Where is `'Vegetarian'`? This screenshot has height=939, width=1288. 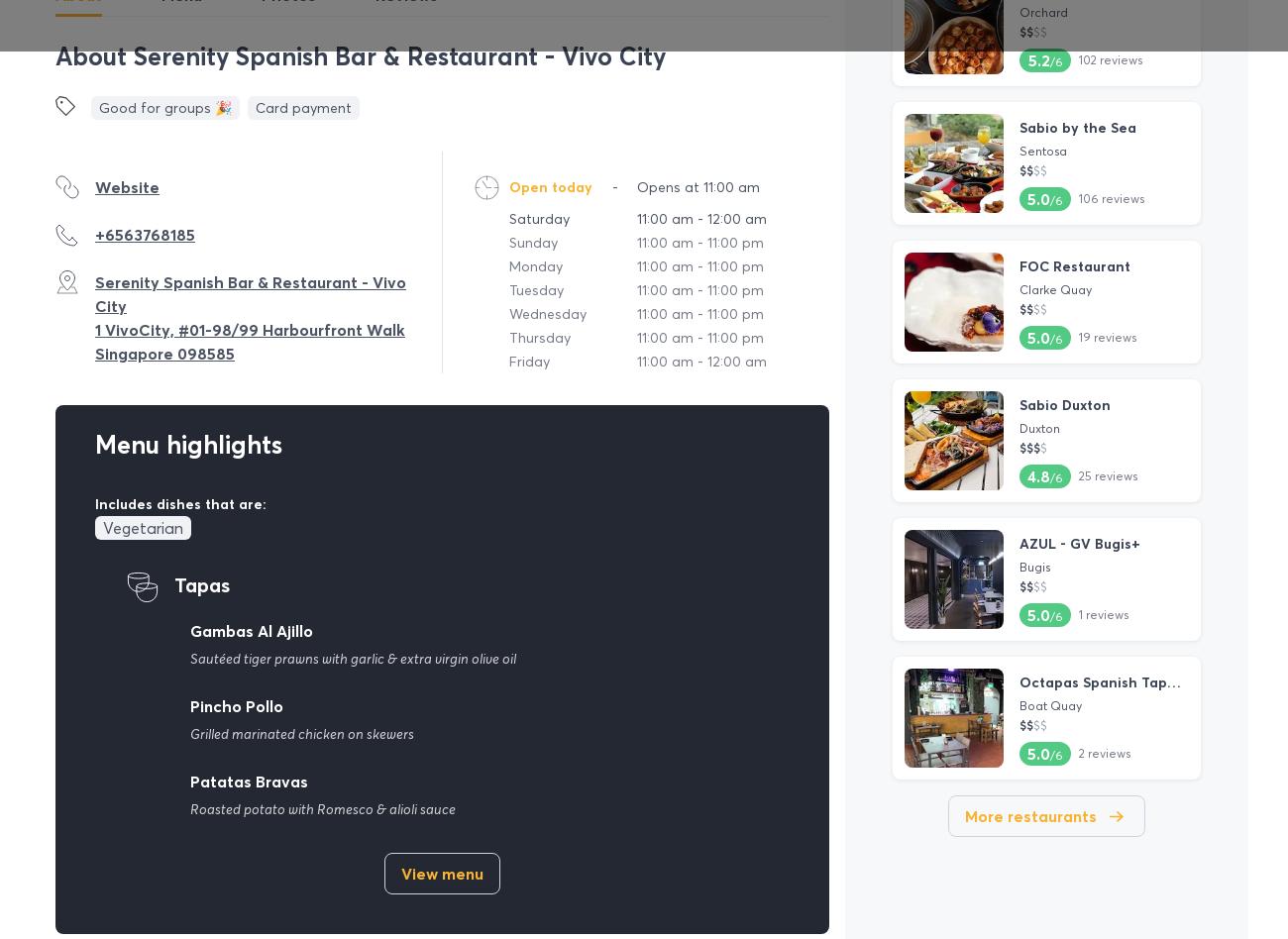 'Vegetarian' is located at coordinates (142, 527).